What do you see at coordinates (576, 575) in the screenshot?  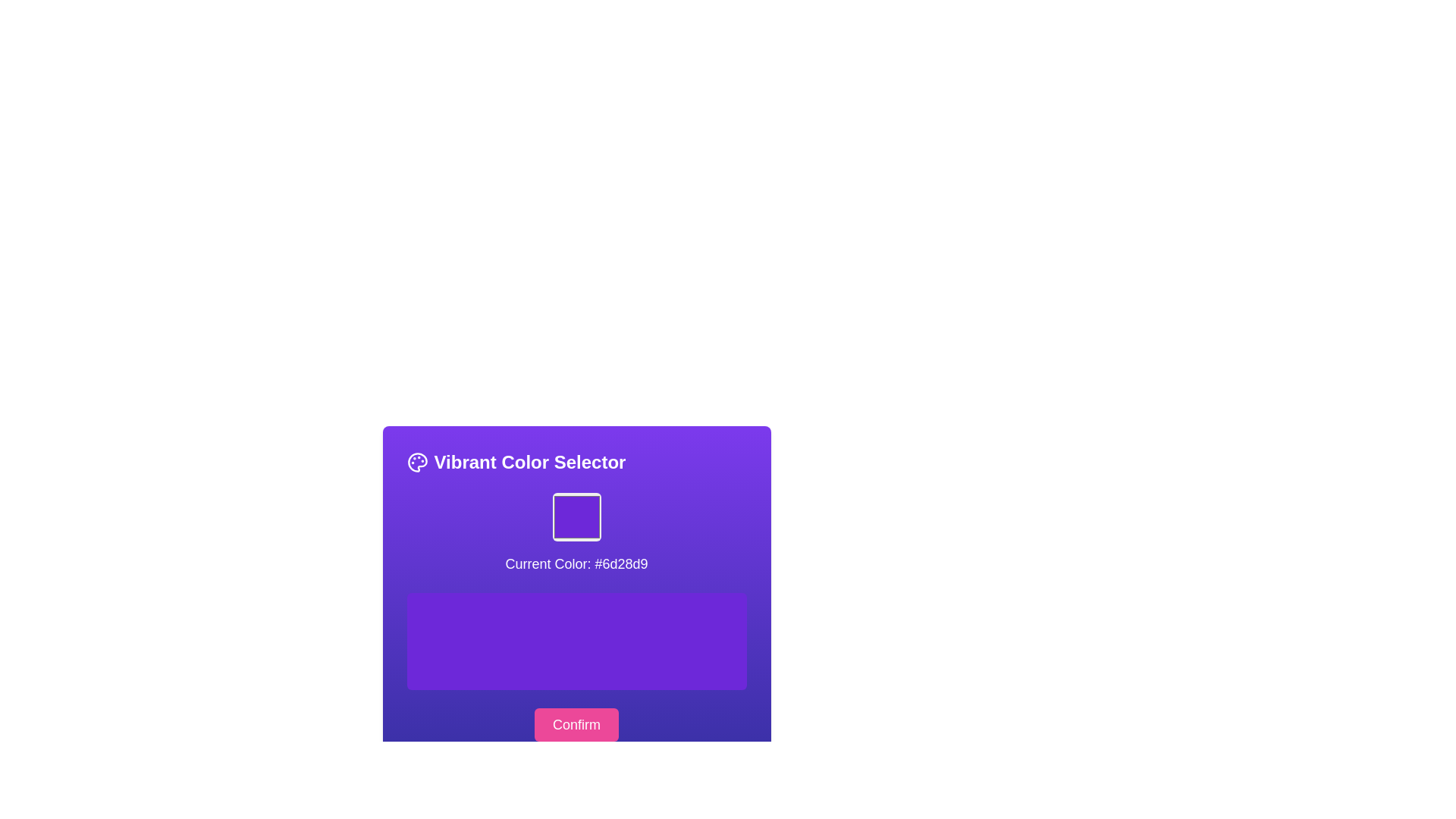 I see `the Text label that displays the currently selected color code, which is centered within the purple gradient box, located slightly below the heading text` at bounding box center [576, 575].